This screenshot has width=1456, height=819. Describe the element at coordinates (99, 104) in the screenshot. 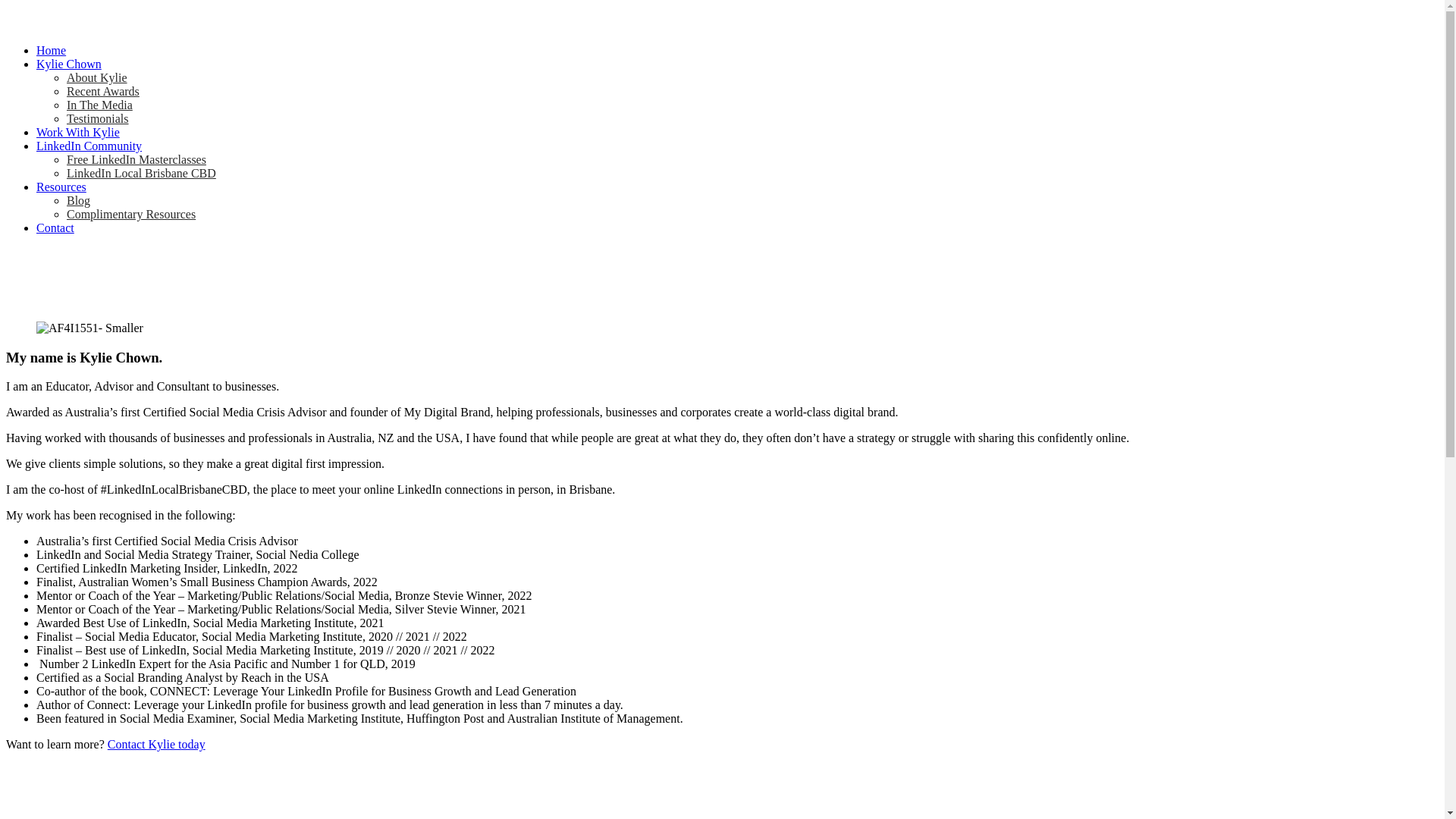

I see `'In The Media'` at that location.